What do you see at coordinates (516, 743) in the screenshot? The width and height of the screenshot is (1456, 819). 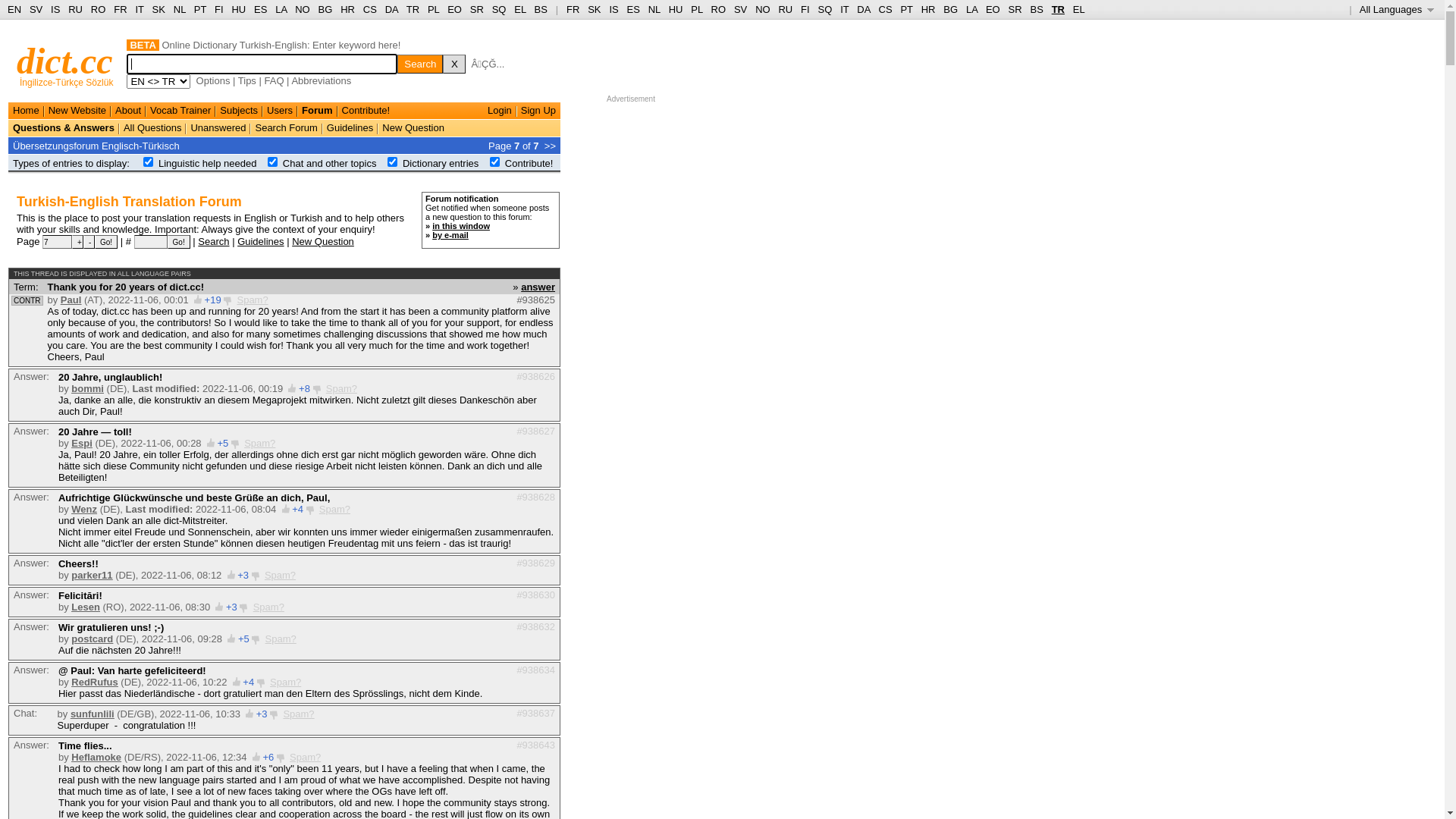 I see `'#938643'` at bounding box center [516, 743].